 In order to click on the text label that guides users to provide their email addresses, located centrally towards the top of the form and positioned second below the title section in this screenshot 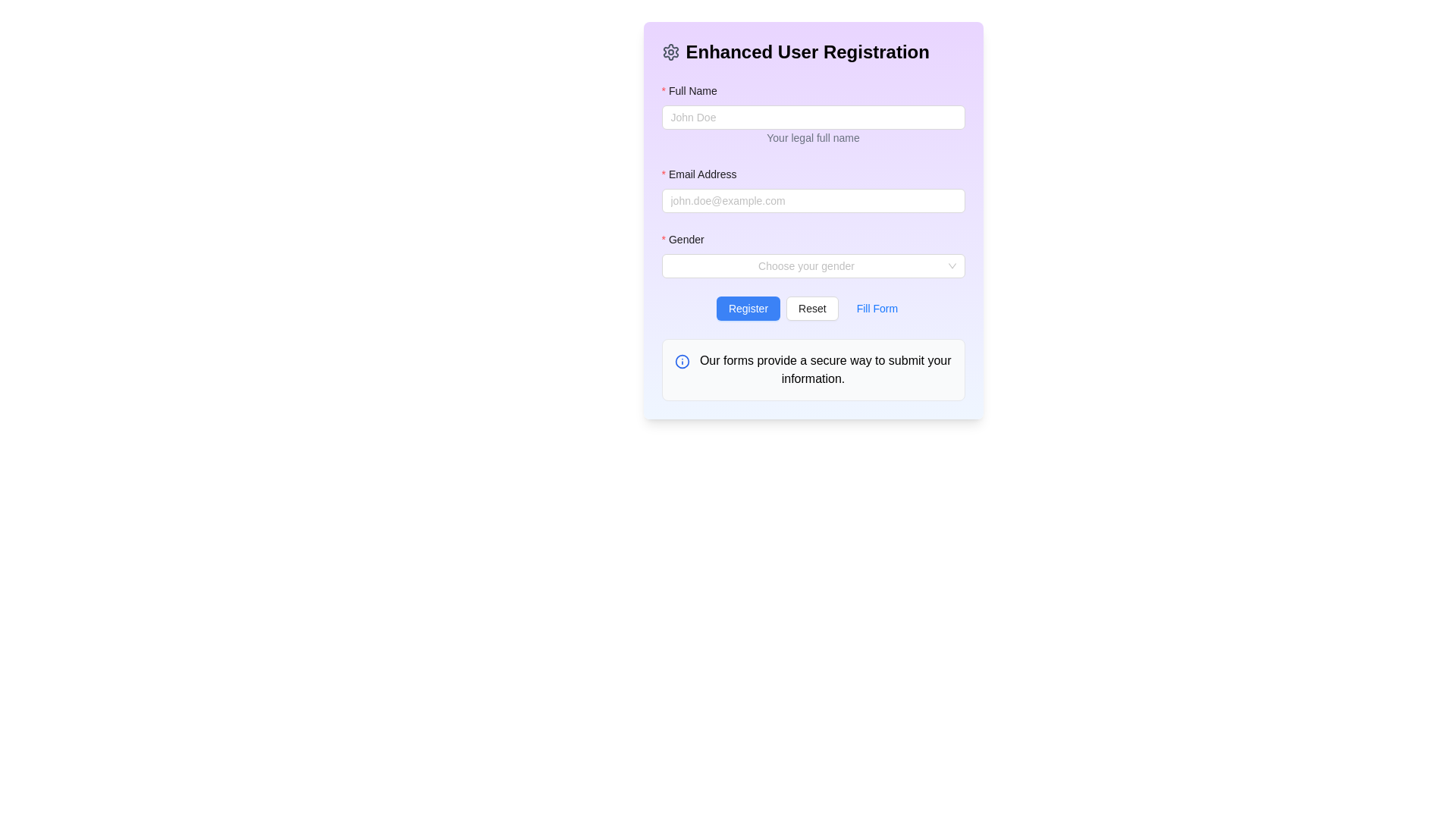, I will do `click(703, 174)`.